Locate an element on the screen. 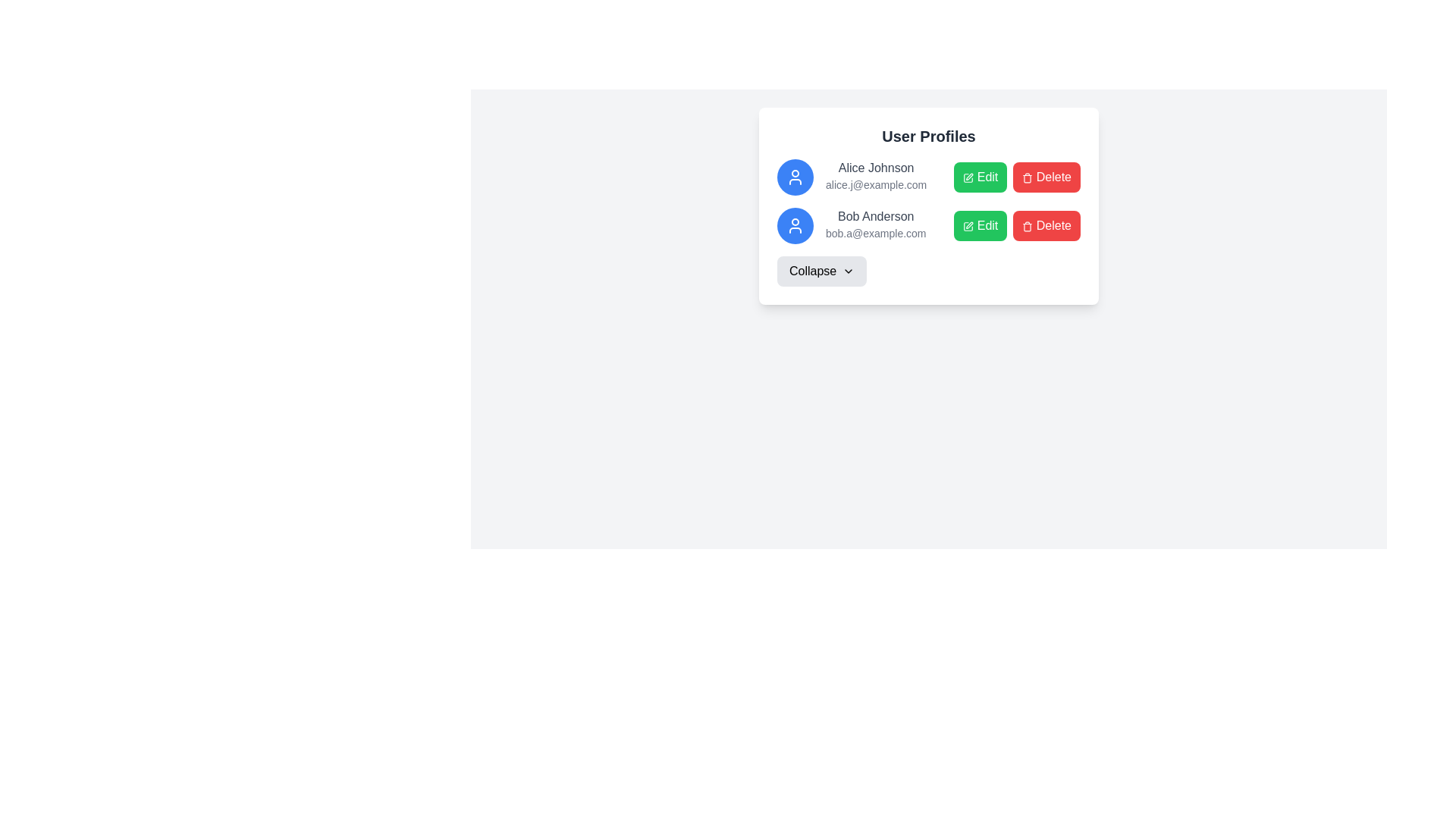 This screenshot has width=1456, height=819. the user profile icon representing 'Alice Johnson' located in the blue circular area to the left of the text 'Alice Johnson' and 'alice.j@example.com' is located at coordinates (795, 177).